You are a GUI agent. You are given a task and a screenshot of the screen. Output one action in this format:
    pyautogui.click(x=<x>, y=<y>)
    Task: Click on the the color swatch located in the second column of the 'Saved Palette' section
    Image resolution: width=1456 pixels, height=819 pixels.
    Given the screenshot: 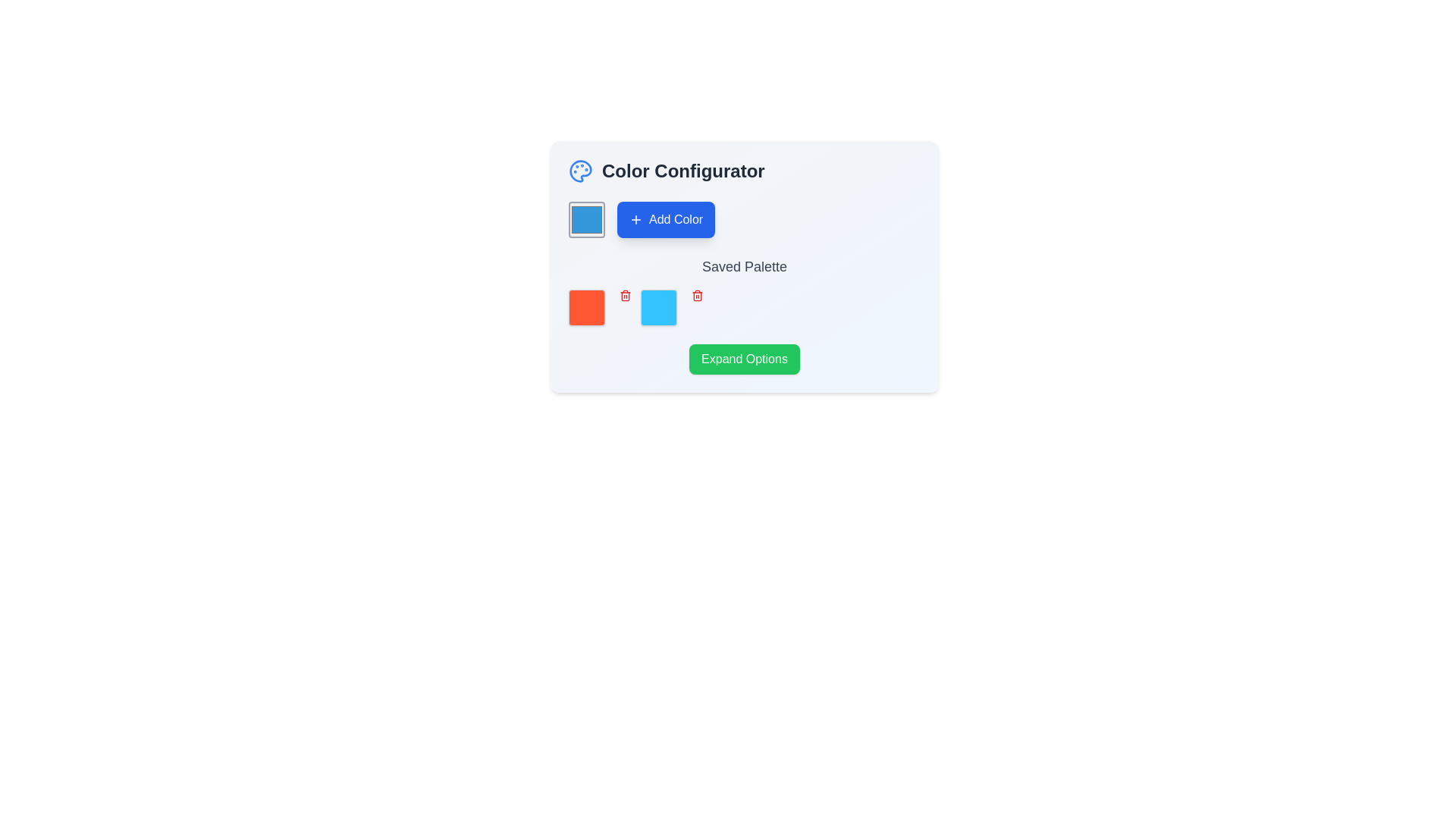 What is the action you would take?
    pyautogui.click(x=659, y=307)
    